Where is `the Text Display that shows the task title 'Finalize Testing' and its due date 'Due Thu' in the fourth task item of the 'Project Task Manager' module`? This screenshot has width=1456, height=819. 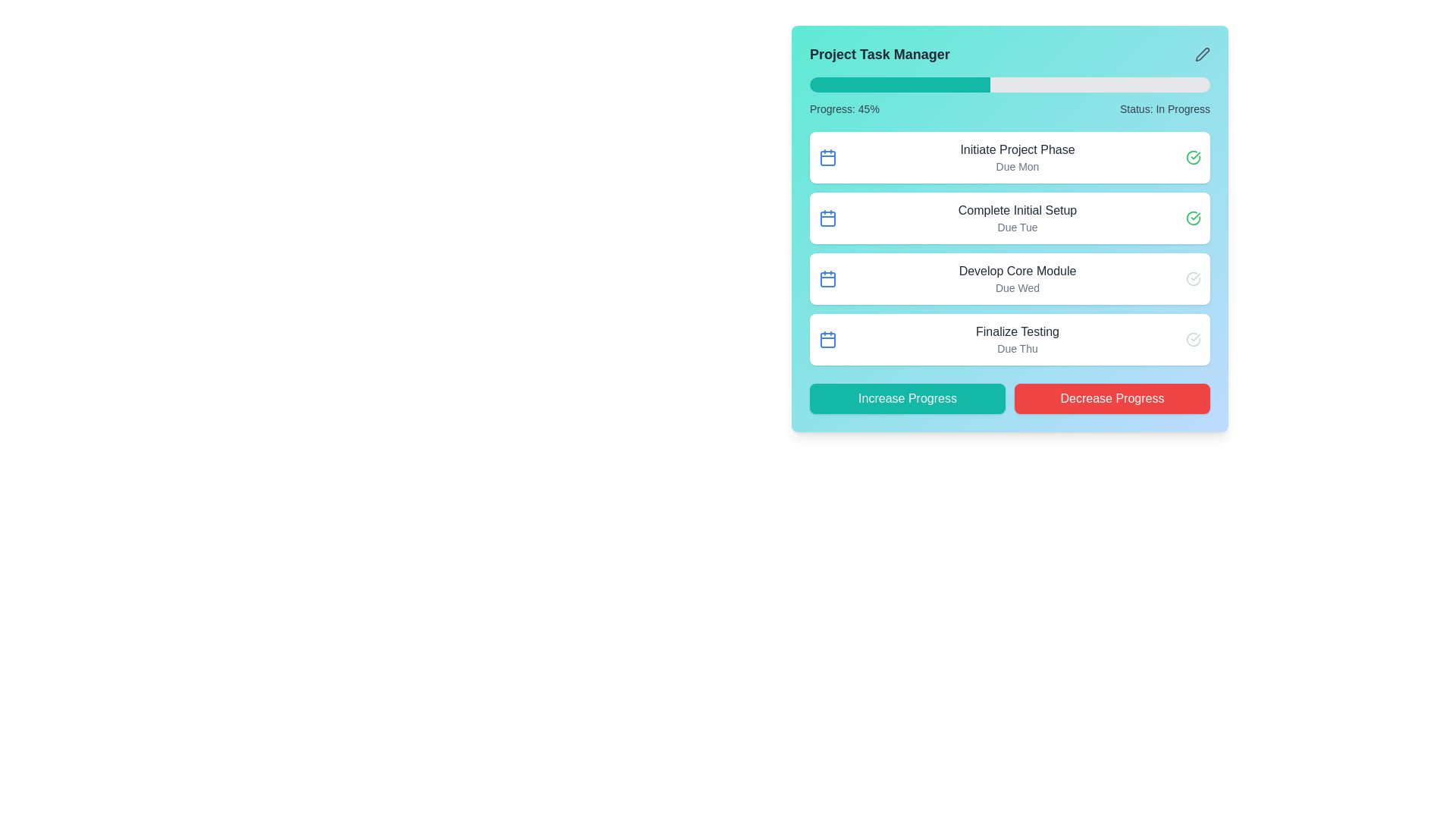 the Text Display that shows the task title 'Finalize Testing' and its due date 'Due Thu' in the fourth task item of the 'Project Task Manager' module is located at coordinates (1018, 338).